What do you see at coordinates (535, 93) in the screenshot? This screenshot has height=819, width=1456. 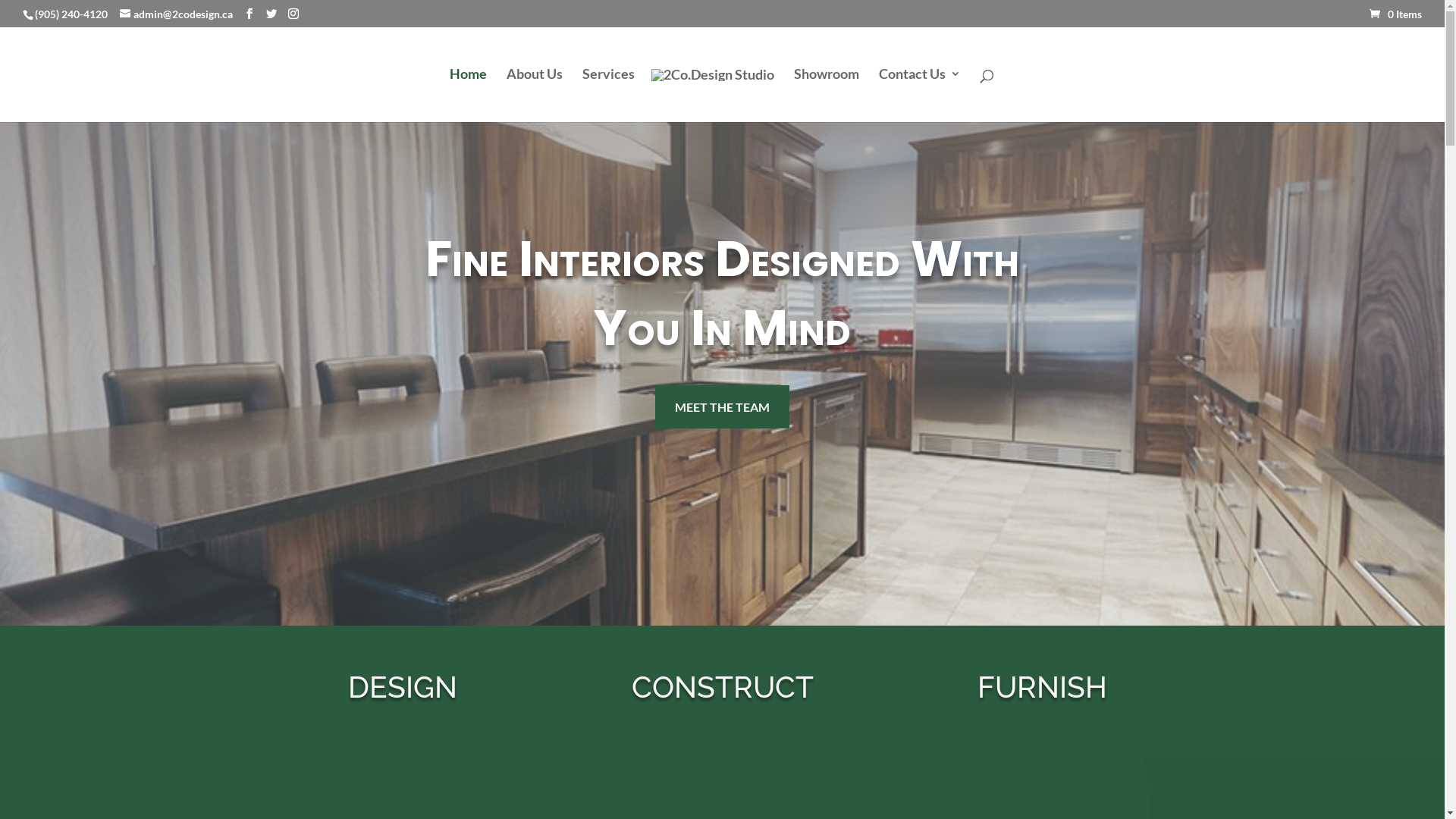 I see `'About Us'` at bounding box center [535, 93].